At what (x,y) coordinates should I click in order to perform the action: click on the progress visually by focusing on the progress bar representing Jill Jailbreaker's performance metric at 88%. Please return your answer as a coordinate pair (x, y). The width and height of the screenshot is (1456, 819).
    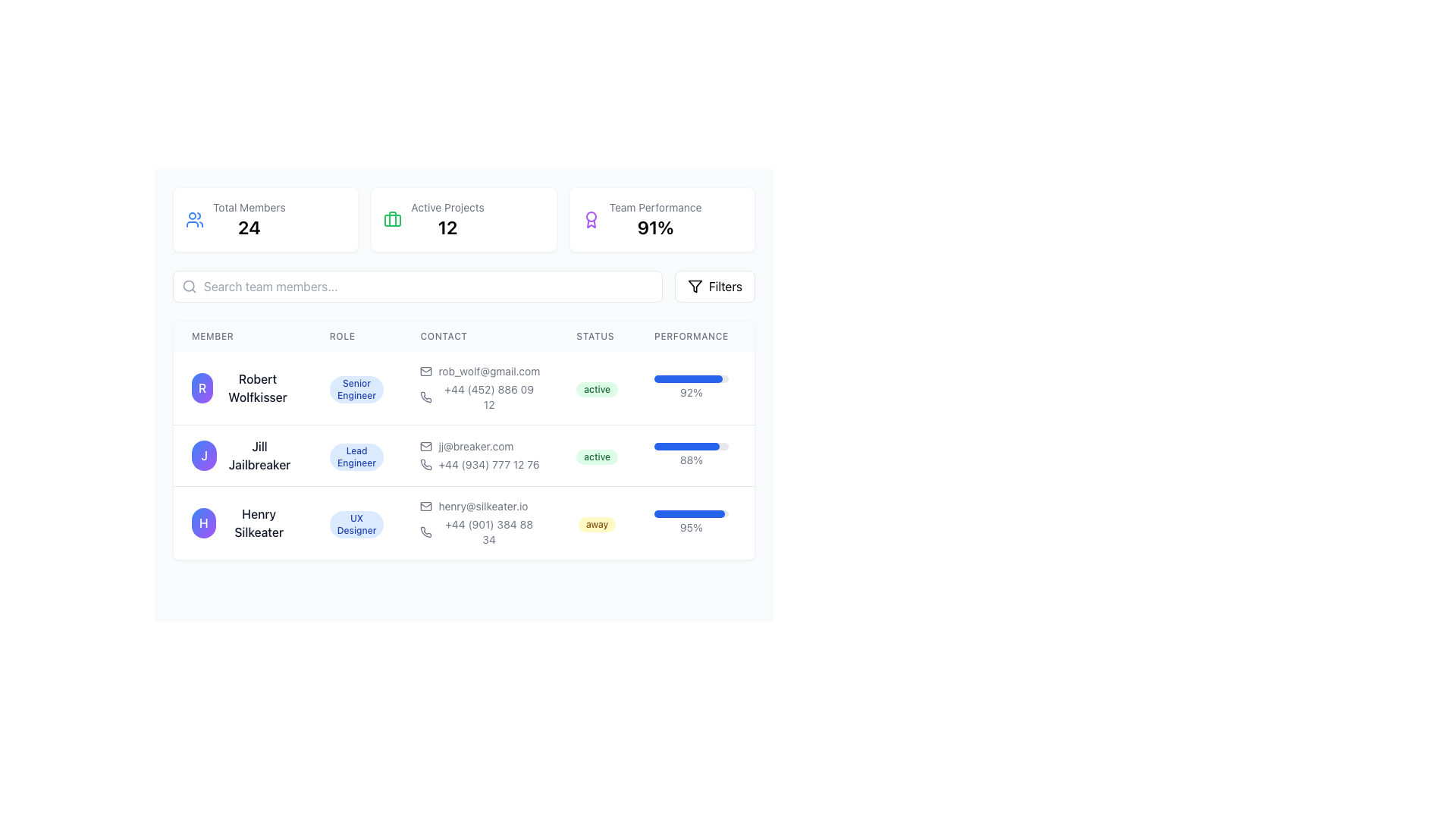
    Looking at the image, I should click on (686, 446).